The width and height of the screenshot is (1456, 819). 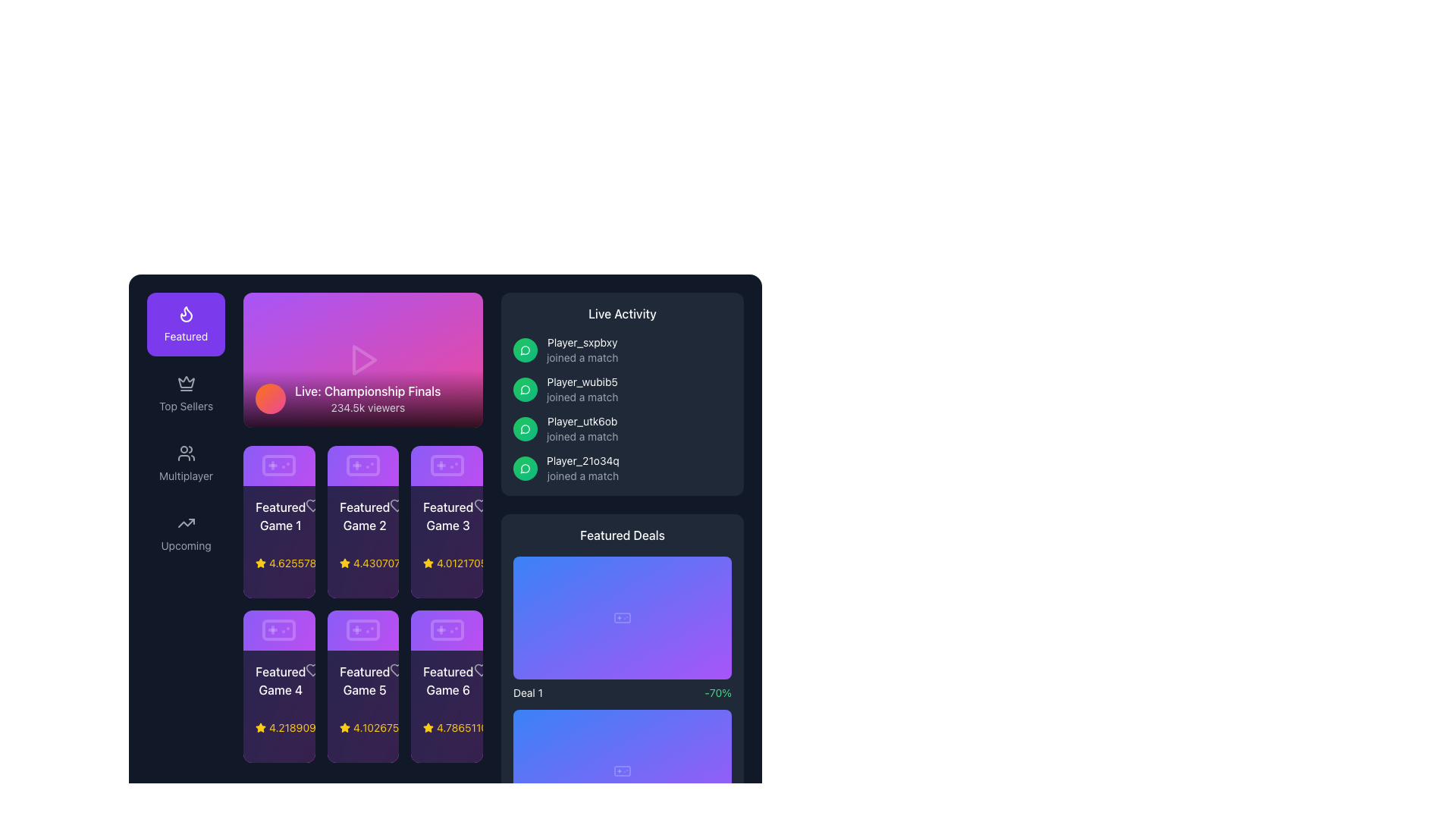 What do you see at coordinates (279, 563) in the screenshot?
I see `the rating displayed in the bottom-left corner of the 'Featured Game 1' tile, which is part of the ratings and metadata panel` at bounding box center [279, 563].